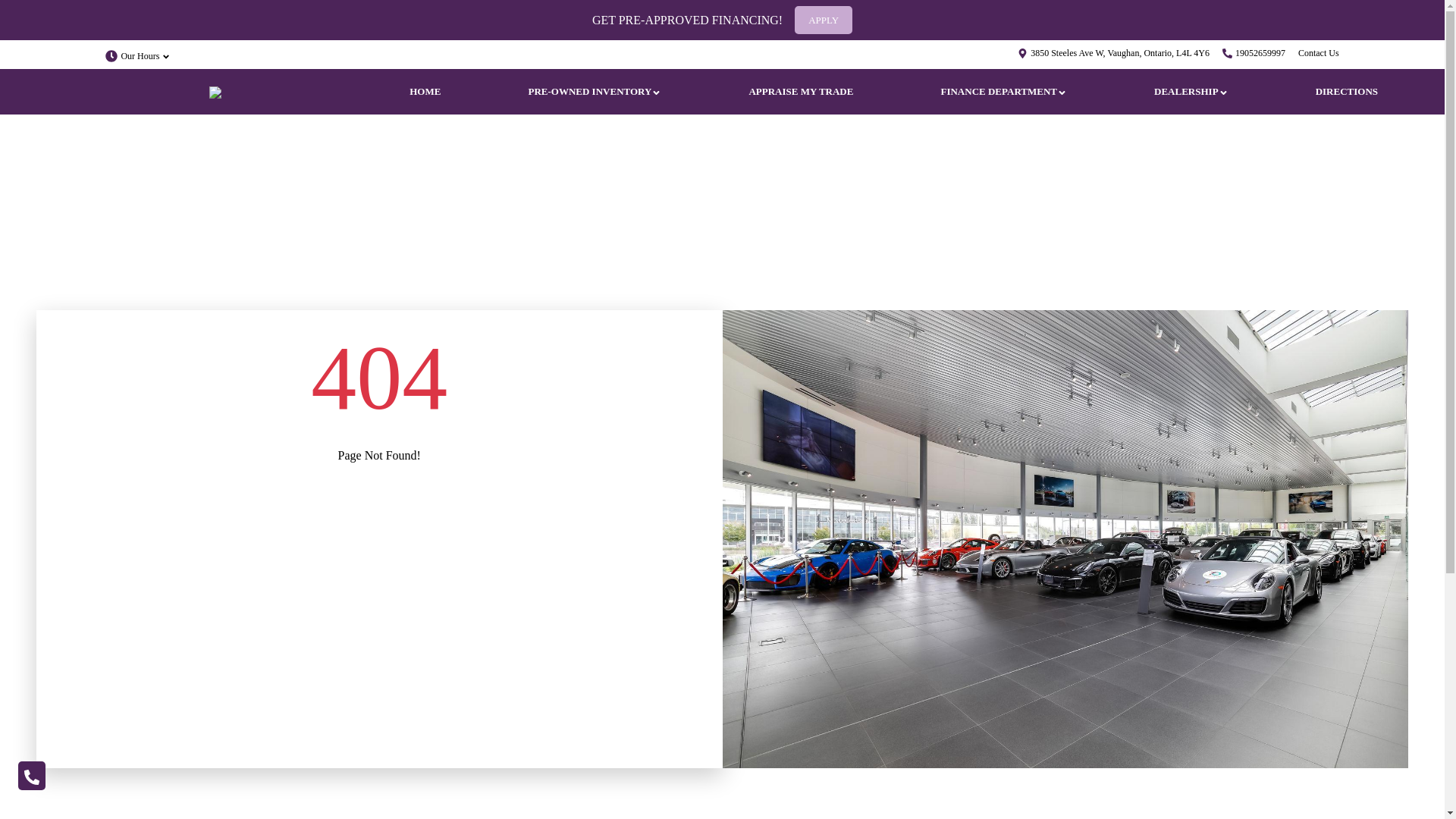 The height and width of the screenshot is (819, 1456). I want to click on 'Contact Us', so click(1317, 52).